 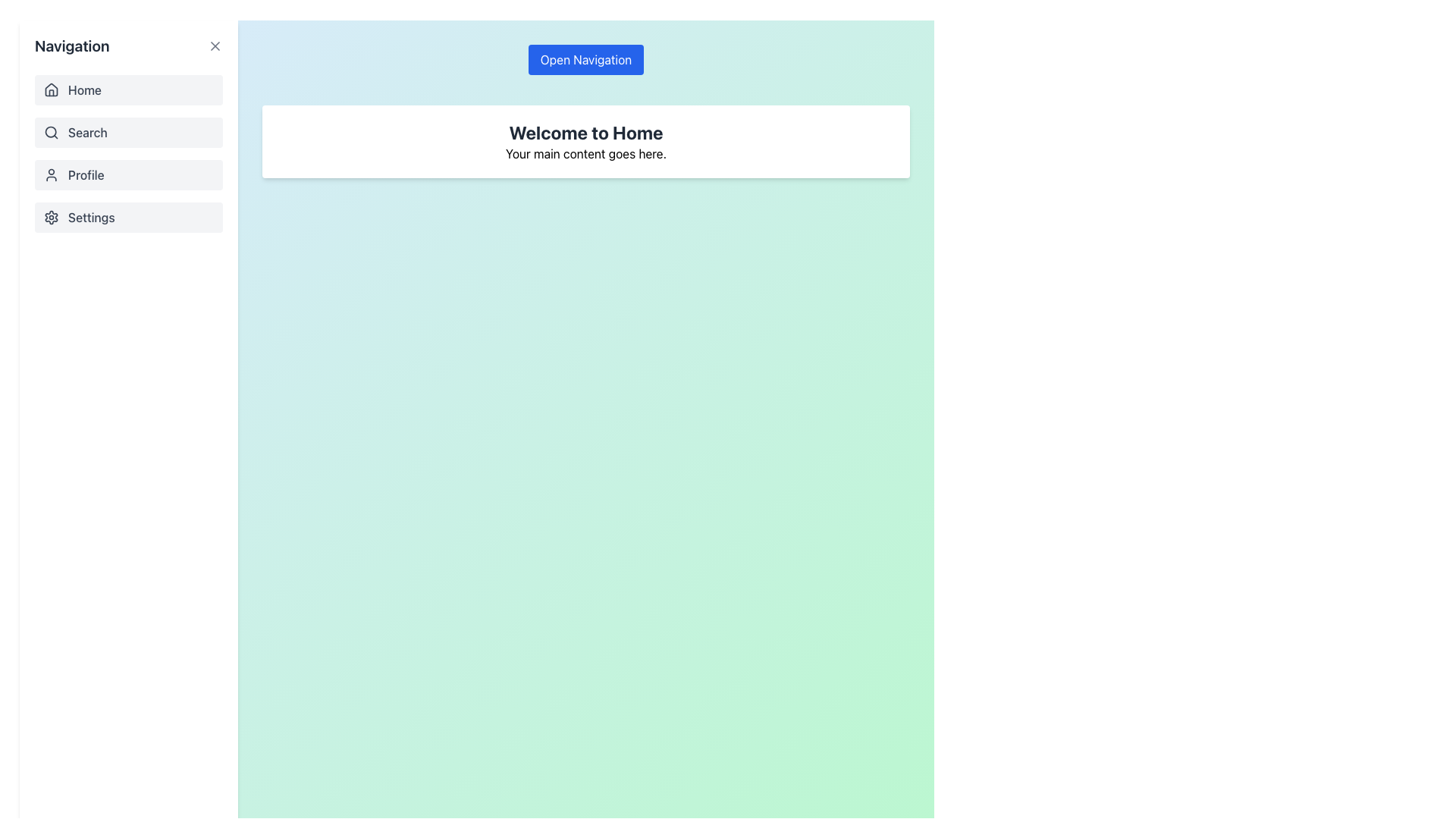 I want to click on the close button located in the top-right corner of the navigation bar to change its color, so click(x=214, y=45).